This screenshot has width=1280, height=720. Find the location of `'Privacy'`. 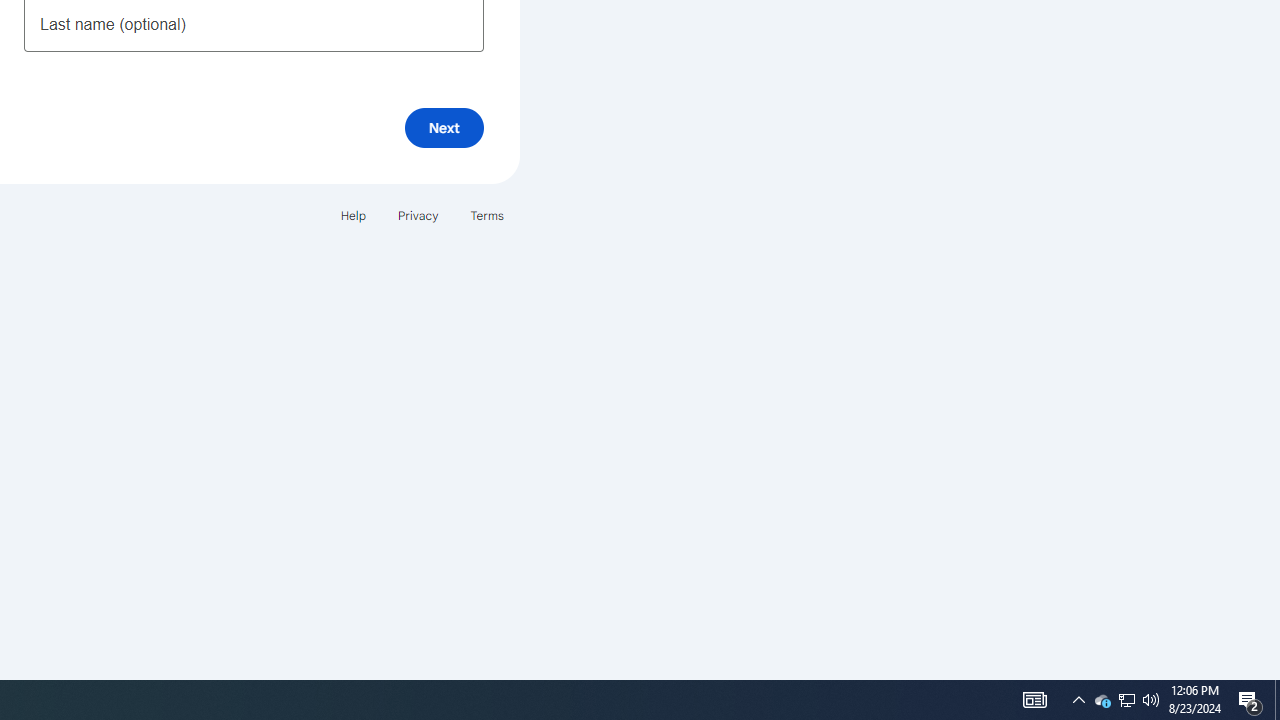

'Privacy' is located at coordinates (416, 215).